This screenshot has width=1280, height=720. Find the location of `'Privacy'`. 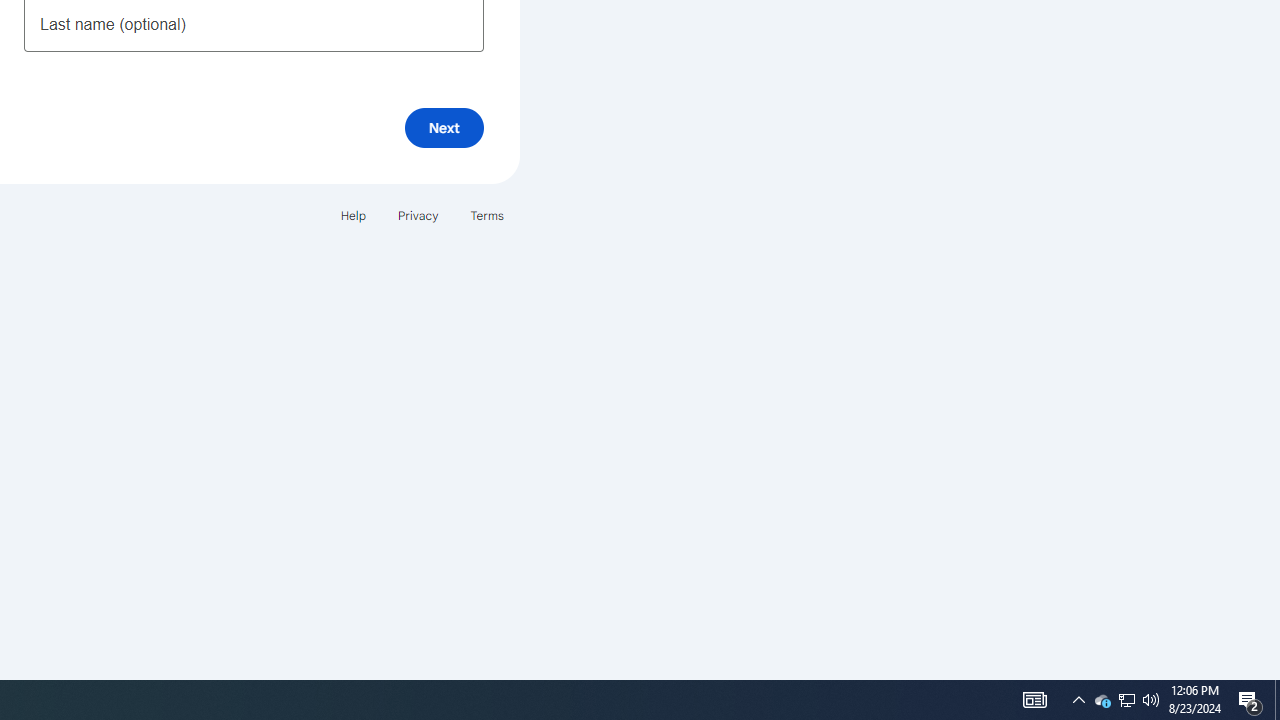

'Privacy' is located at coordinates (416, 215).